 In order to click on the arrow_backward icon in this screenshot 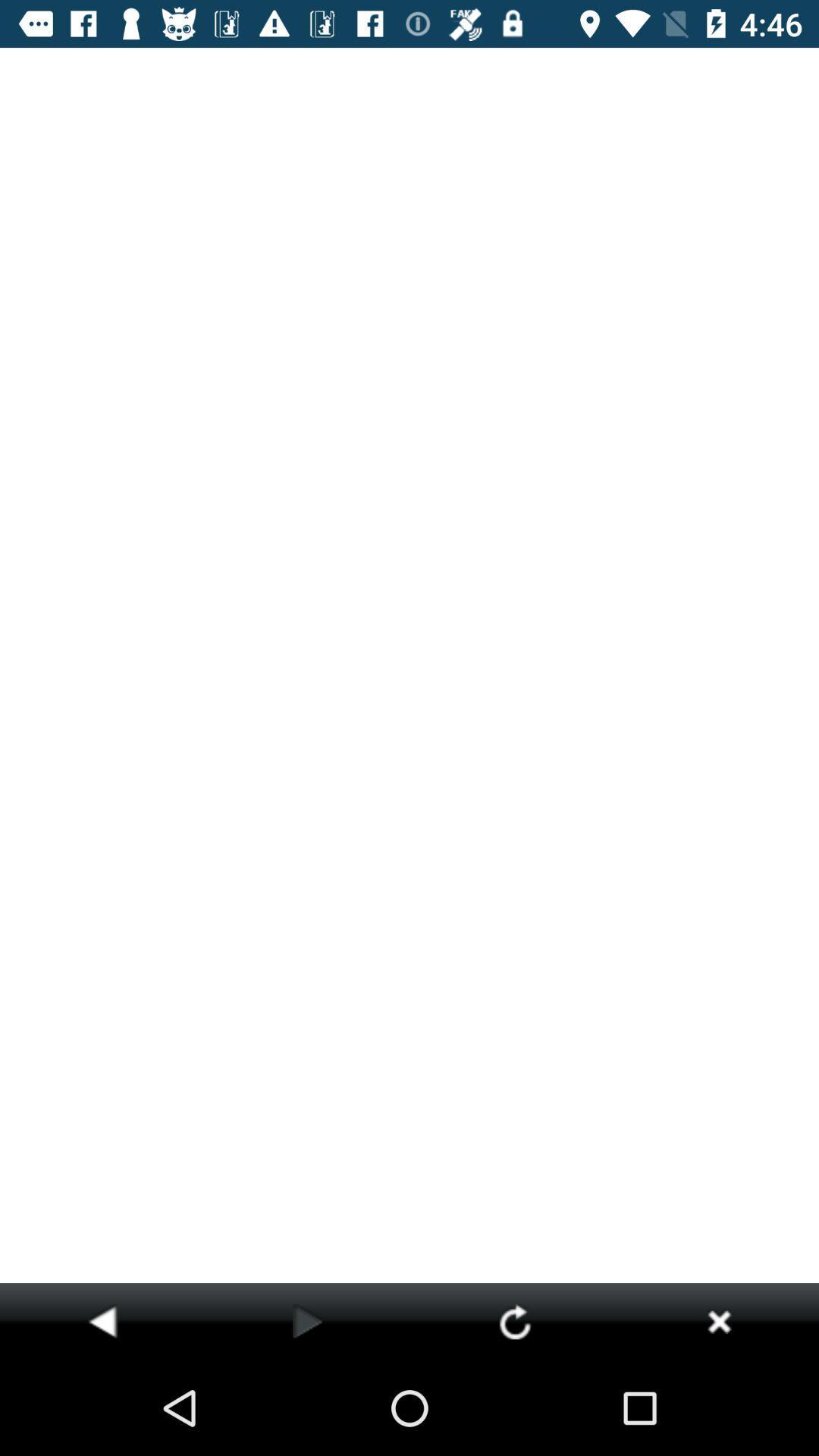, I will do `click(102, 1320)`.